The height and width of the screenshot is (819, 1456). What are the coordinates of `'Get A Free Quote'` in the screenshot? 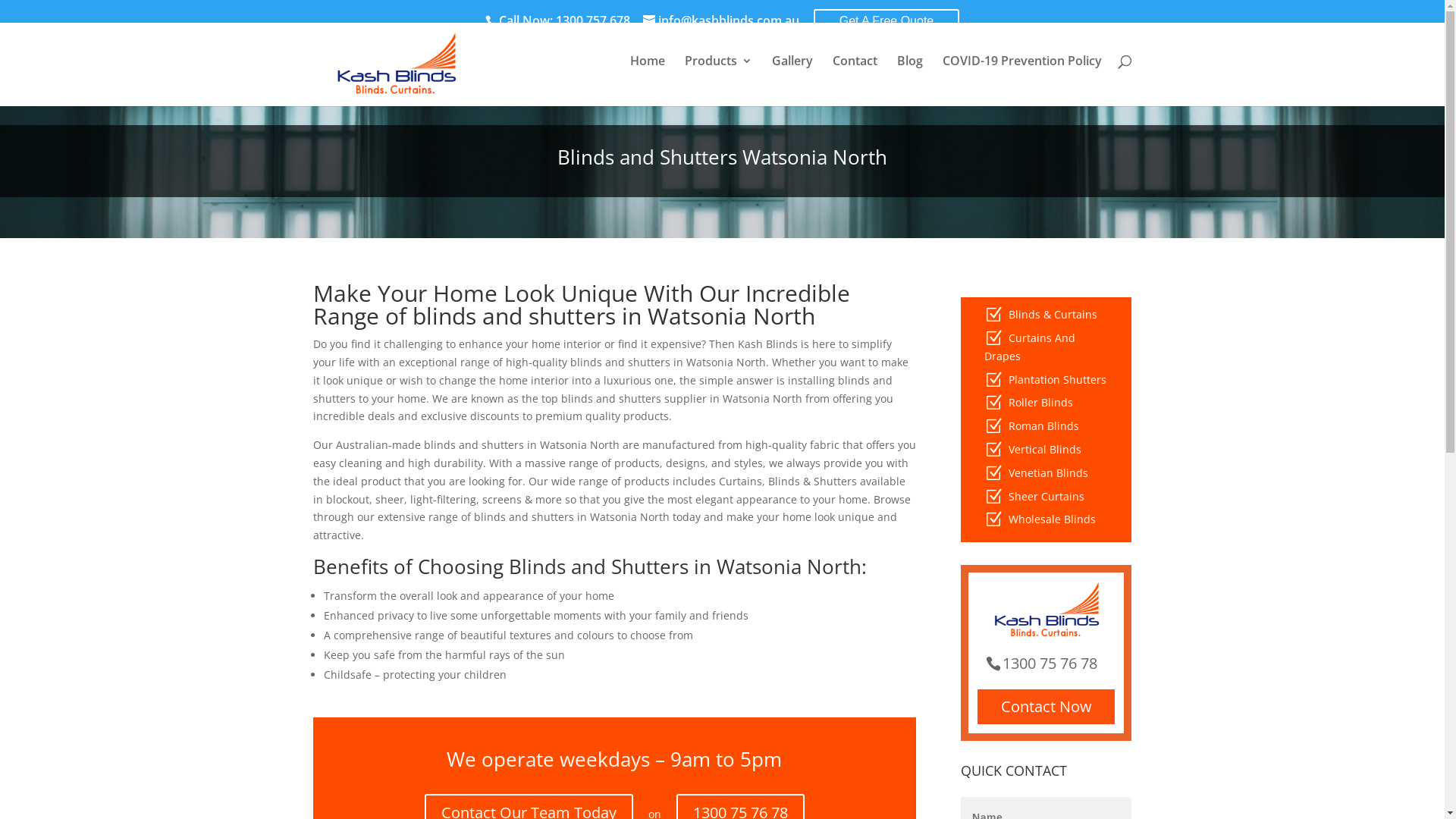 It's located at (813, 20).